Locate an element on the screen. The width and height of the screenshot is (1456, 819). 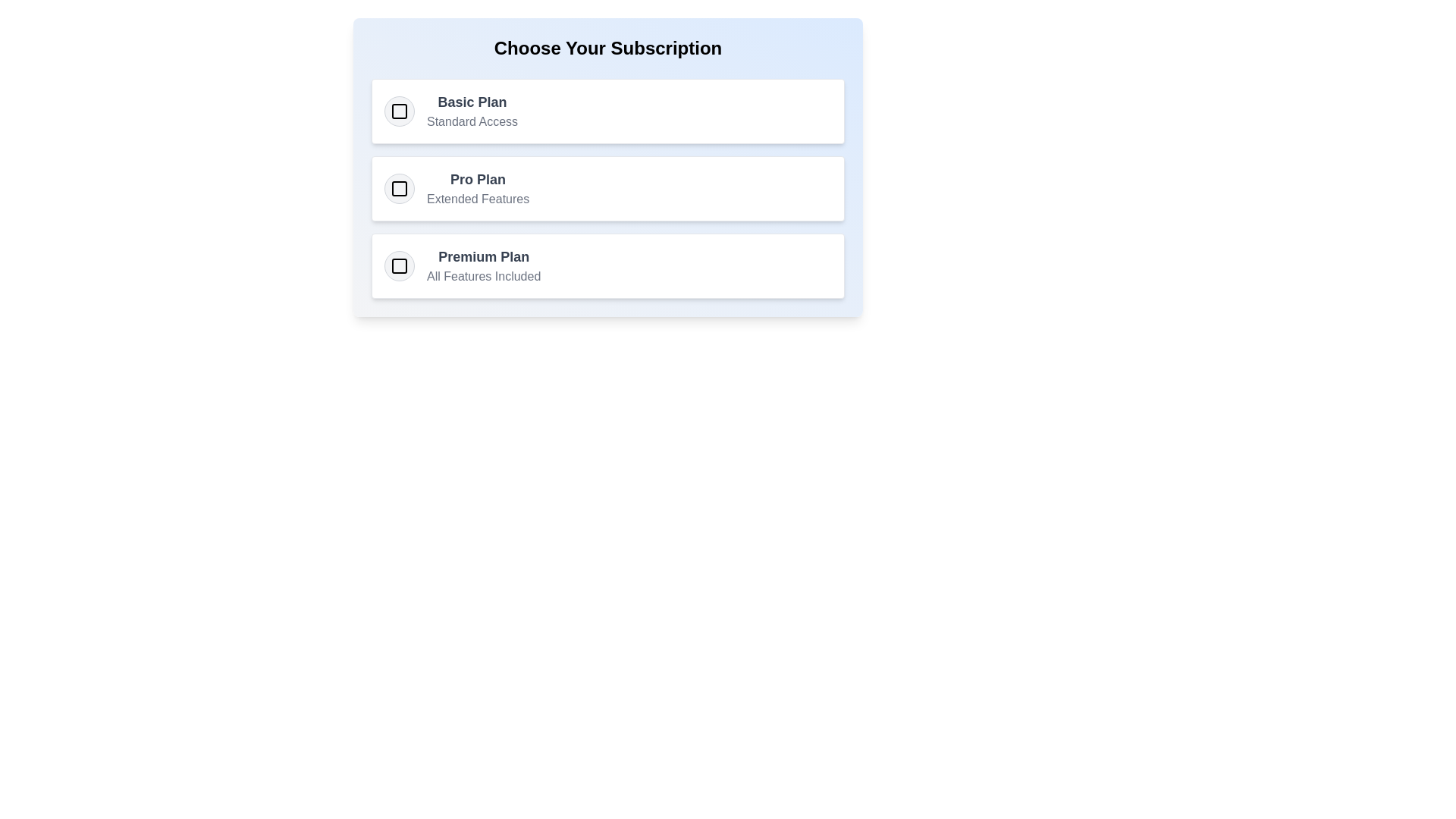
the subscription option corresponding to Basic Plan is located at coordinates (400, 110).